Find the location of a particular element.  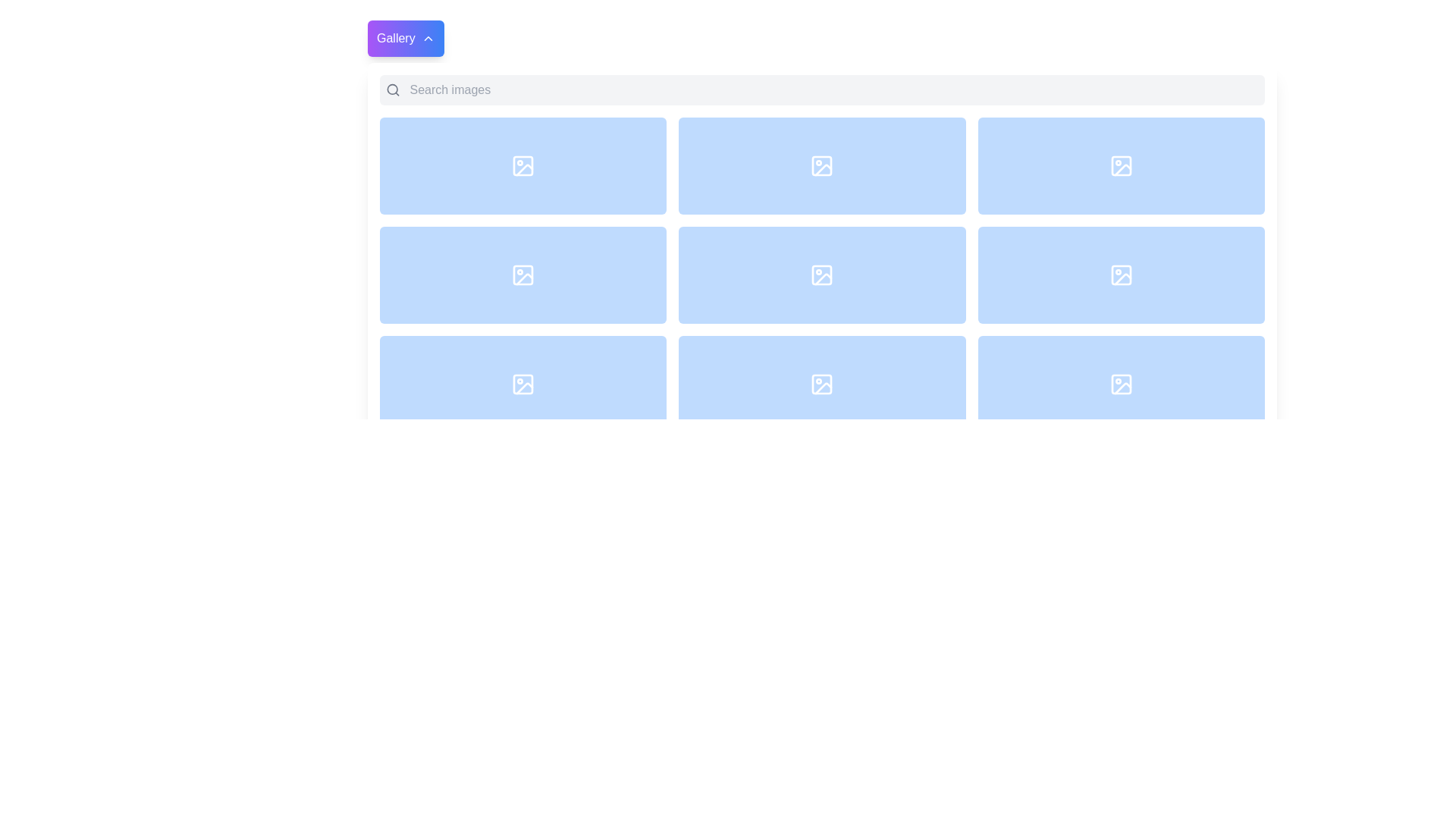

the small white image icon with a rectangular outline, located in the lower-right corner of the blue grid, specifically in the fourth row and third column is located at coordinates (1121, 383).